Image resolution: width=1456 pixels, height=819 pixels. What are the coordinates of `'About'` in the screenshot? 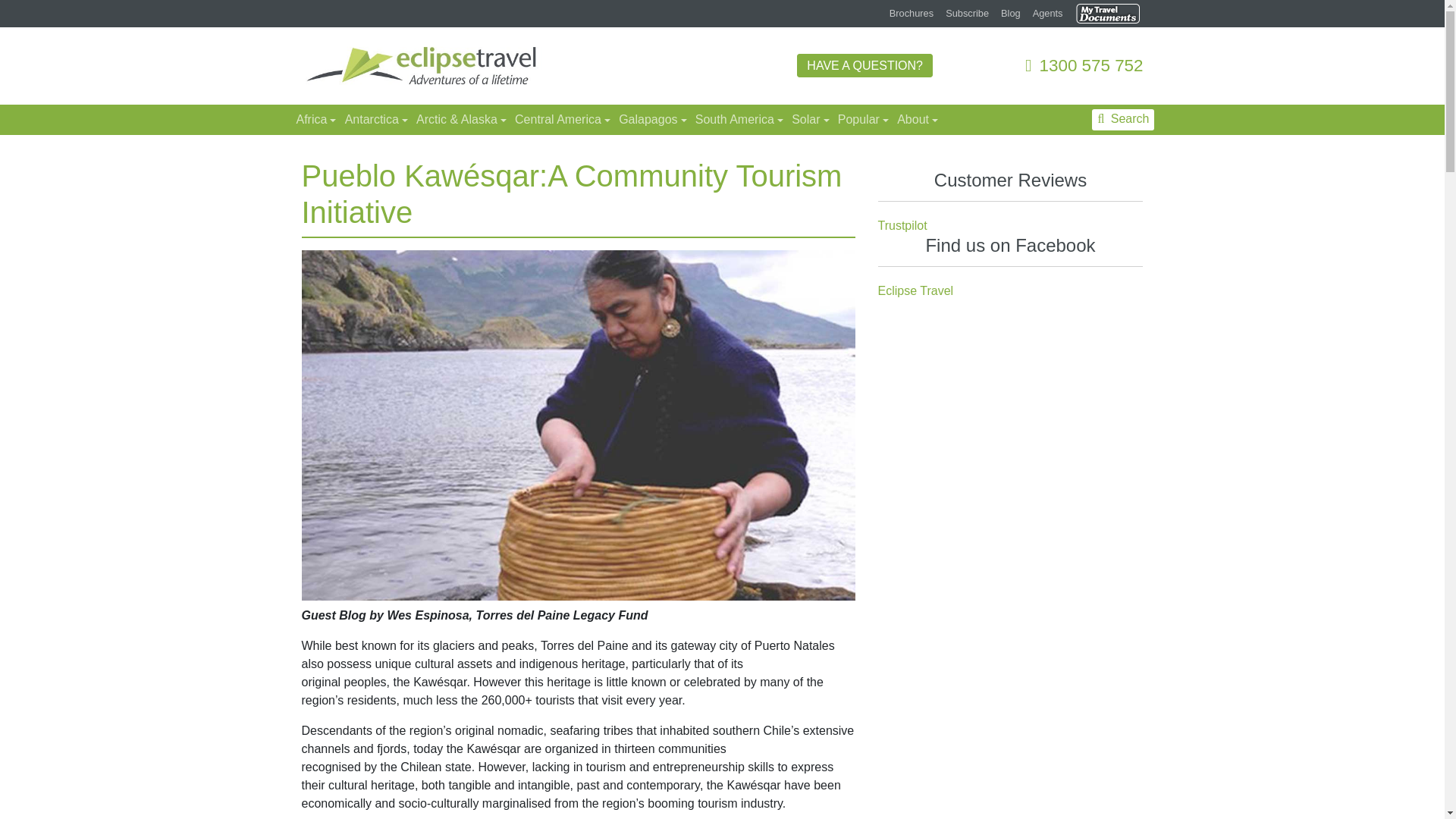 It's located at (915, 119).